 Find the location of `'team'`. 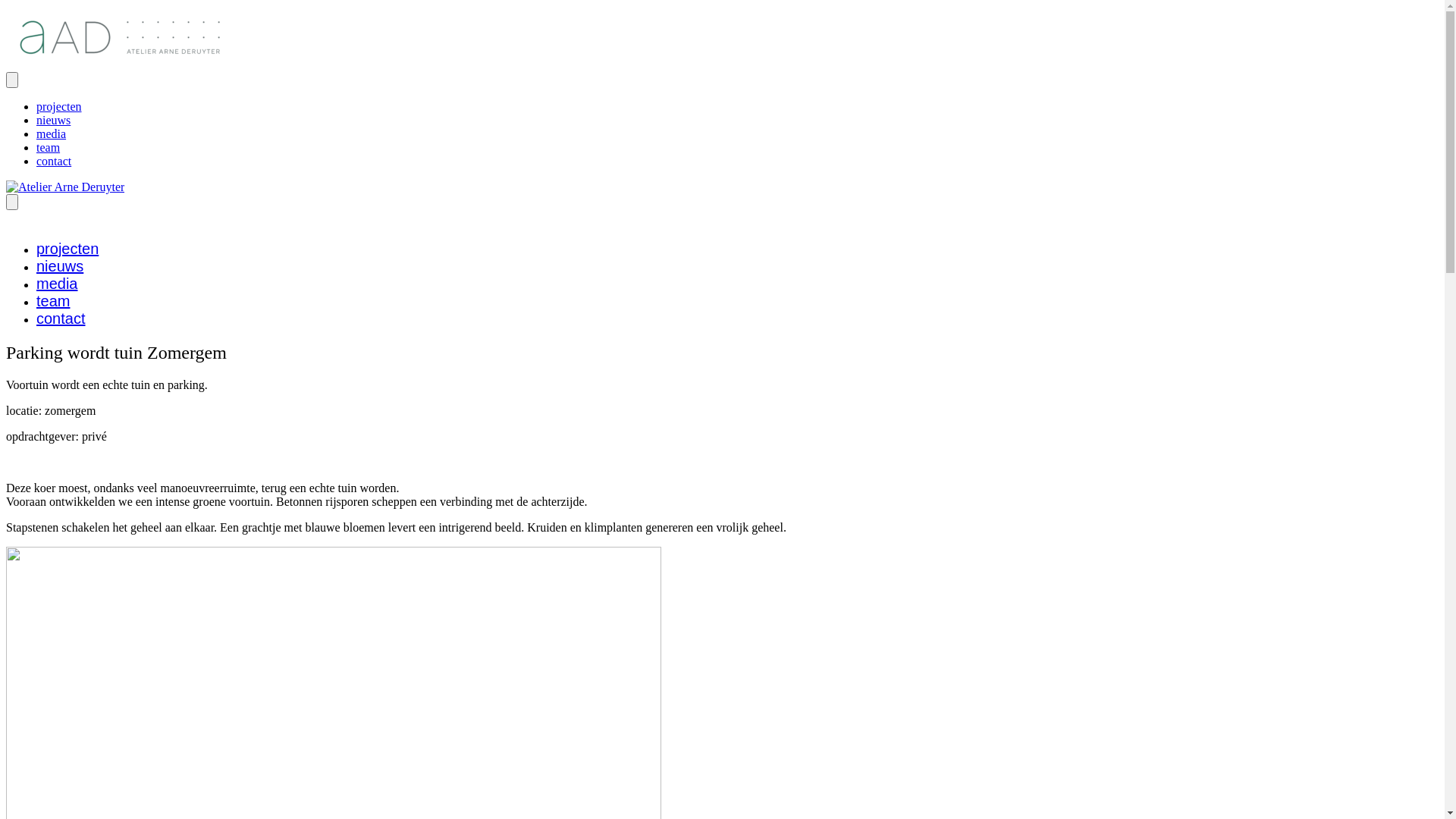

'team' is located at coordinates (36, 147).